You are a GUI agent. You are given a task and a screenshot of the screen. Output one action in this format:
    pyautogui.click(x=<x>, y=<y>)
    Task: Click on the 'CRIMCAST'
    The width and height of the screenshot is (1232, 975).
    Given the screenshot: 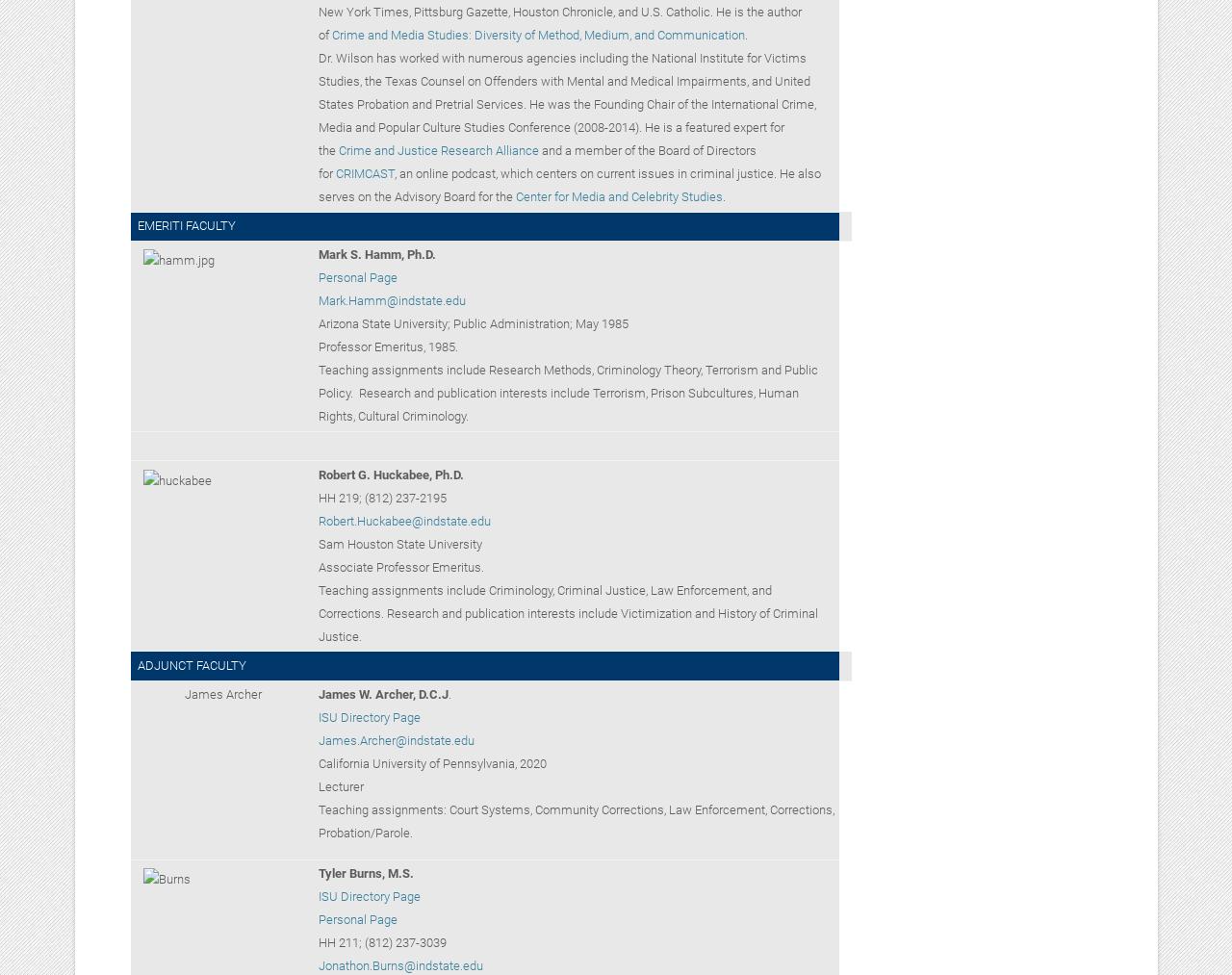 What is the action you would take?
    pyautogui.click(x=335, y=173)
    